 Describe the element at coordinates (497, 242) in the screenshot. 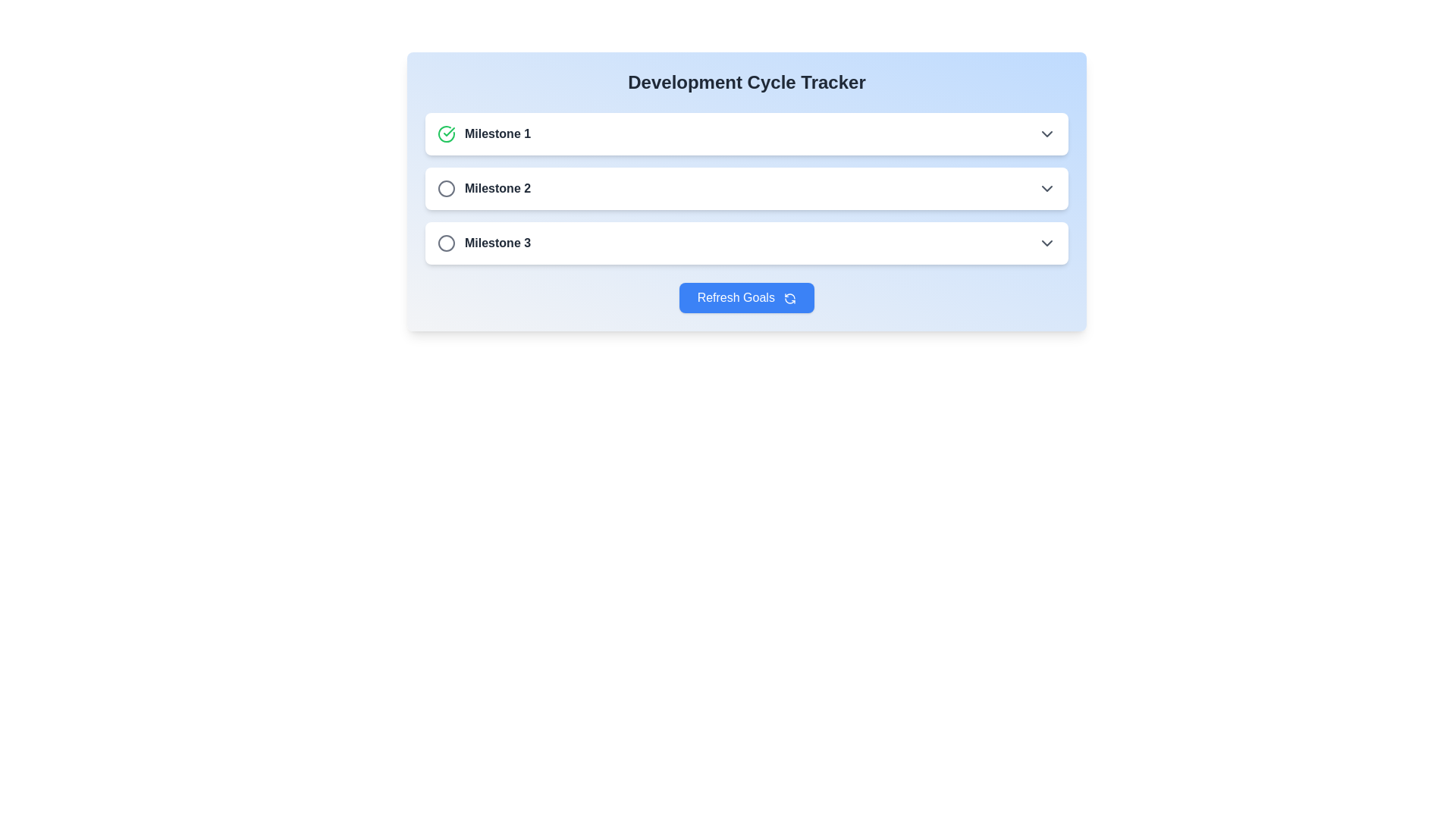

I see `the third milestone text label that identifies the associated radio button in the sequence` at that location.